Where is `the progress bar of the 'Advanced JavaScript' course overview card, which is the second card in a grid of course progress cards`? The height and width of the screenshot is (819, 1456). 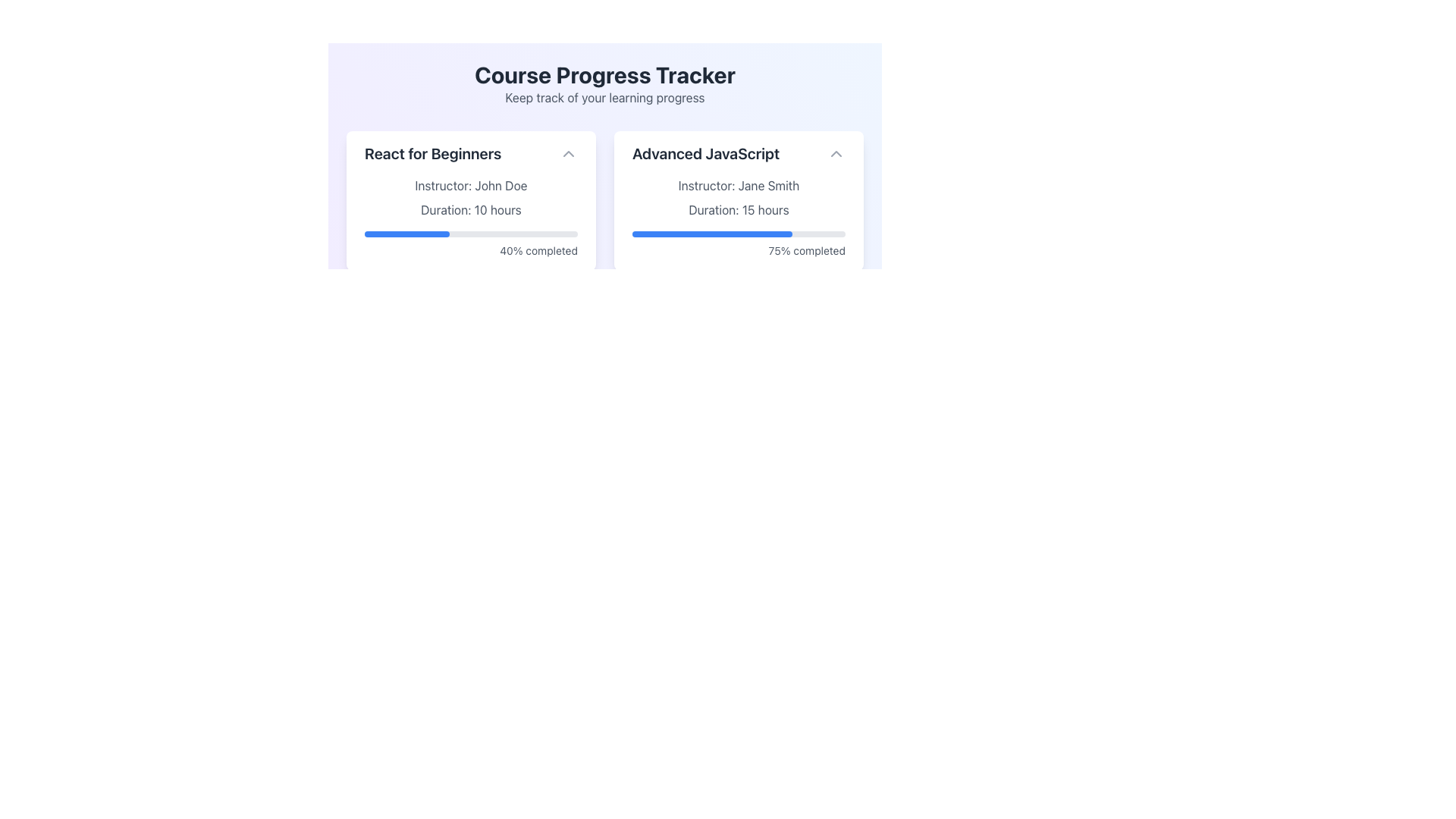
the progress bar of the 'Advanced JavaScript' course overview card, which is the second card in a grid of course progress cards is located at coordinates (739, 200).